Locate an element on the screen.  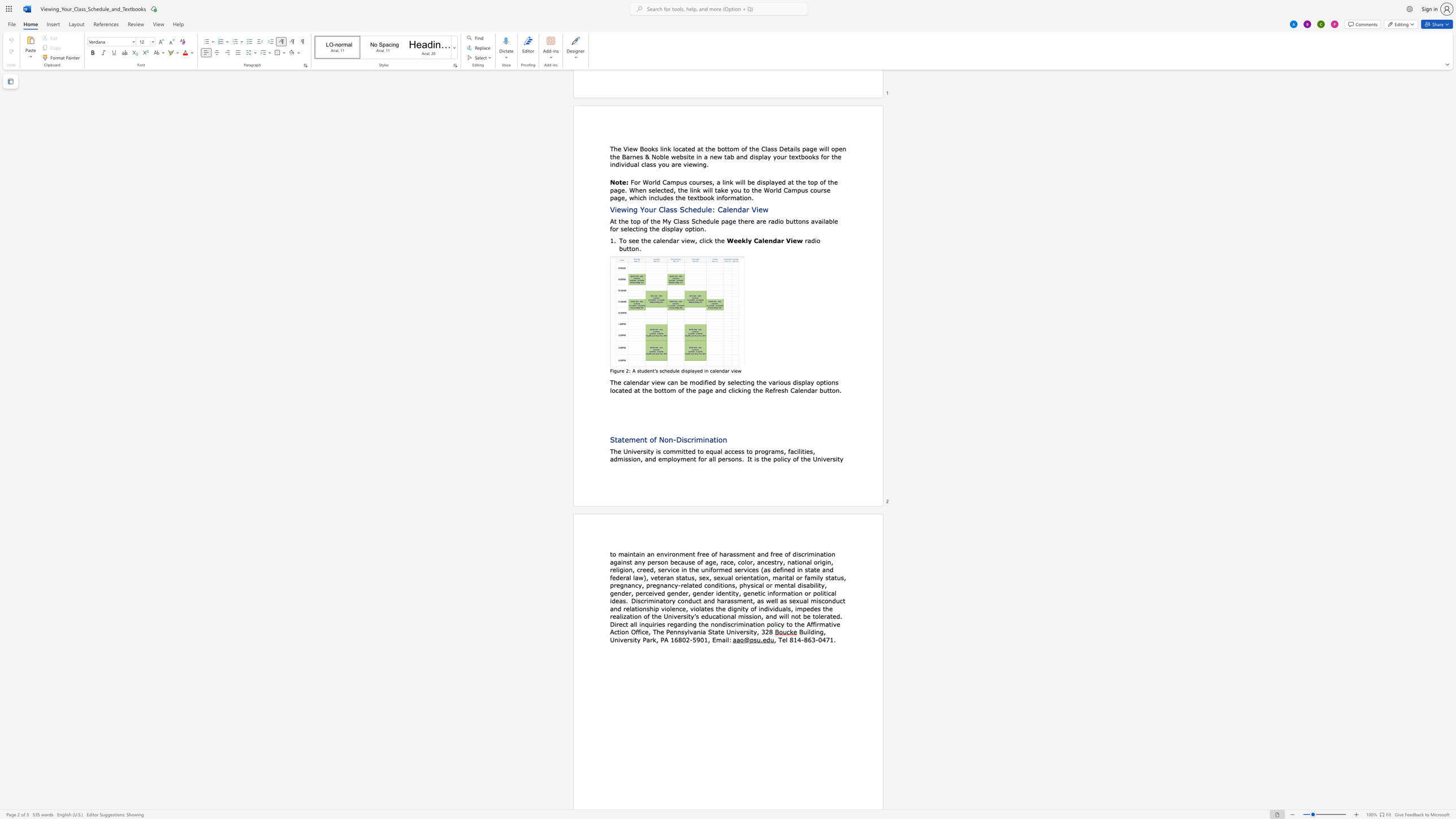
the 1th character "u" in the text is located at coordinates (759, 639).